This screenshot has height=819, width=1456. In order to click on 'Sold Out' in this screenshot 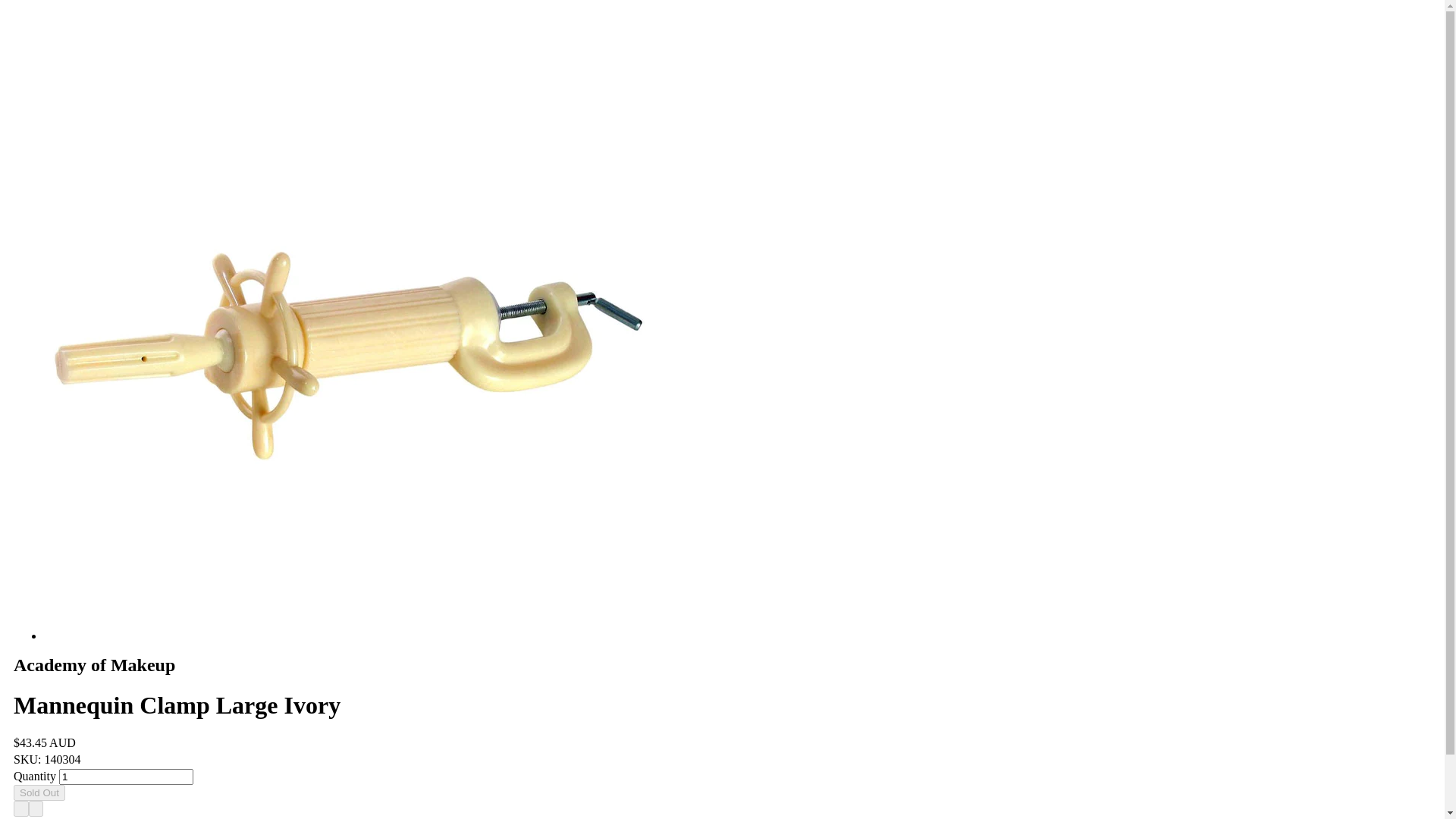, I will do `click(14, 792)`.